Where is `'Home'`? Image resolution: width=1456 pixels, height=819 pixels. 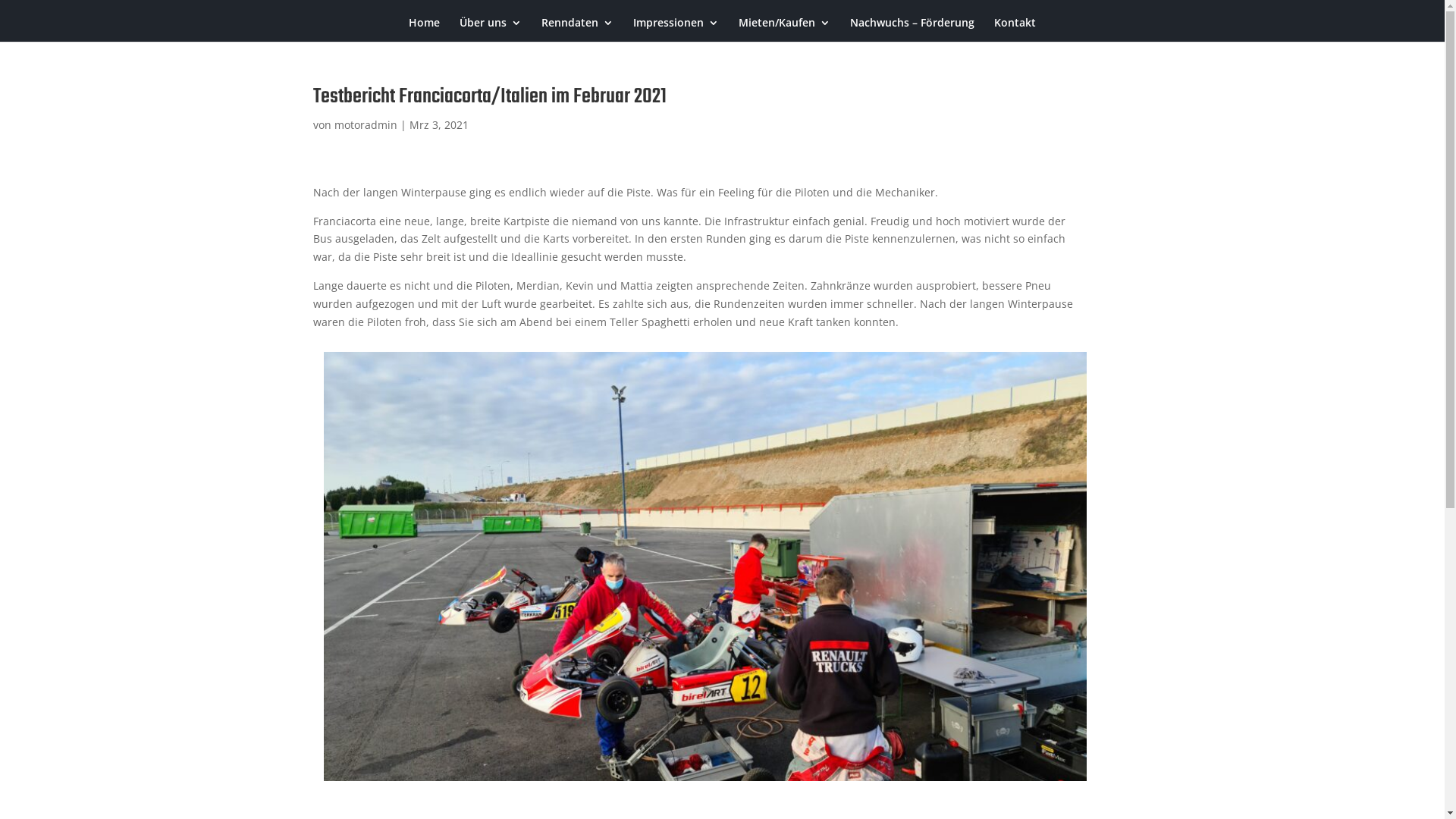
'Home' is located at coordinates (424, 29).